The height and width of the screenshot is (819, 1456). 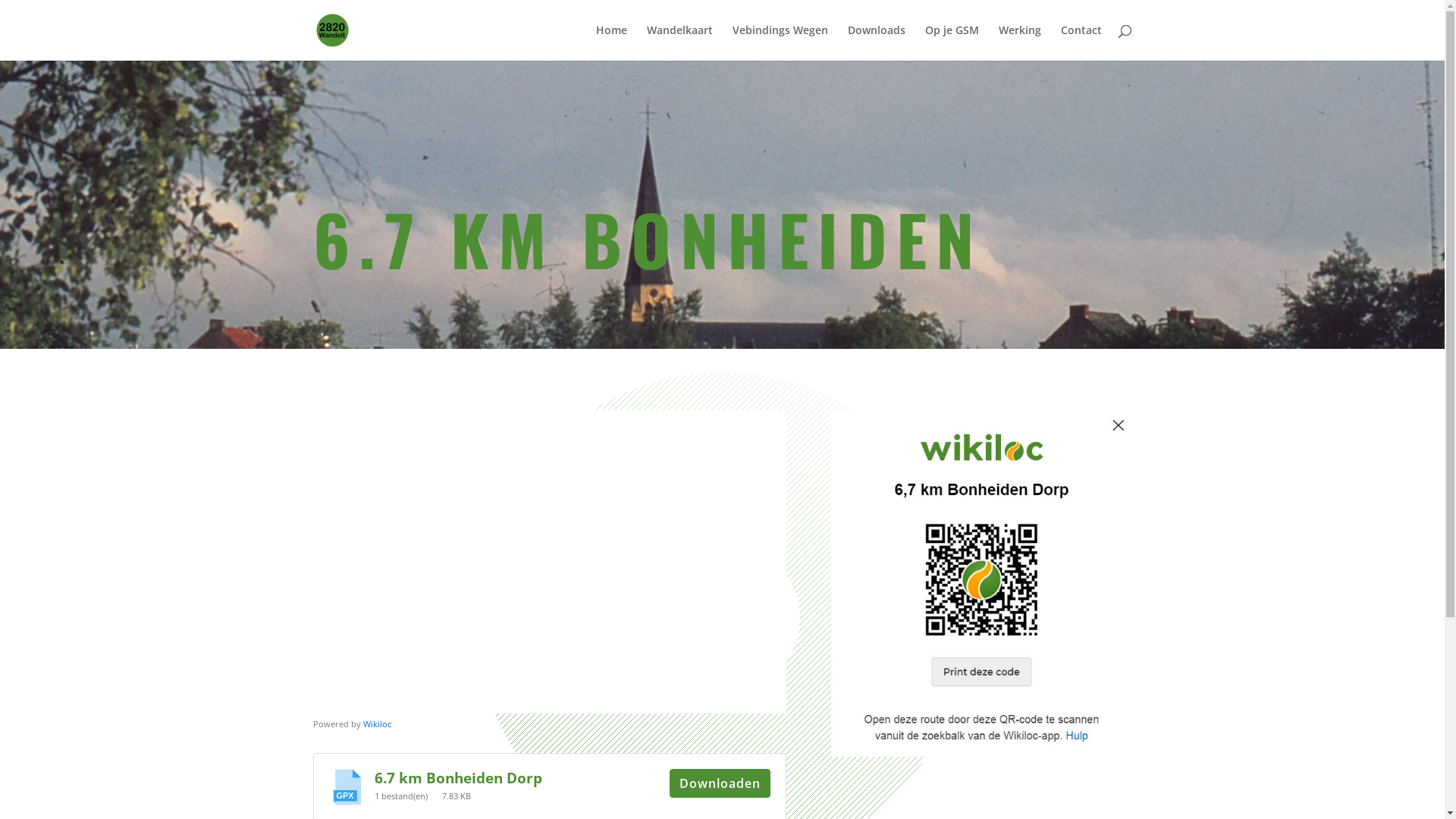 What do you see at coordinates (719, 783) in the screenshot?
I see `'Downloaden'` at bounding box center [719, 783].